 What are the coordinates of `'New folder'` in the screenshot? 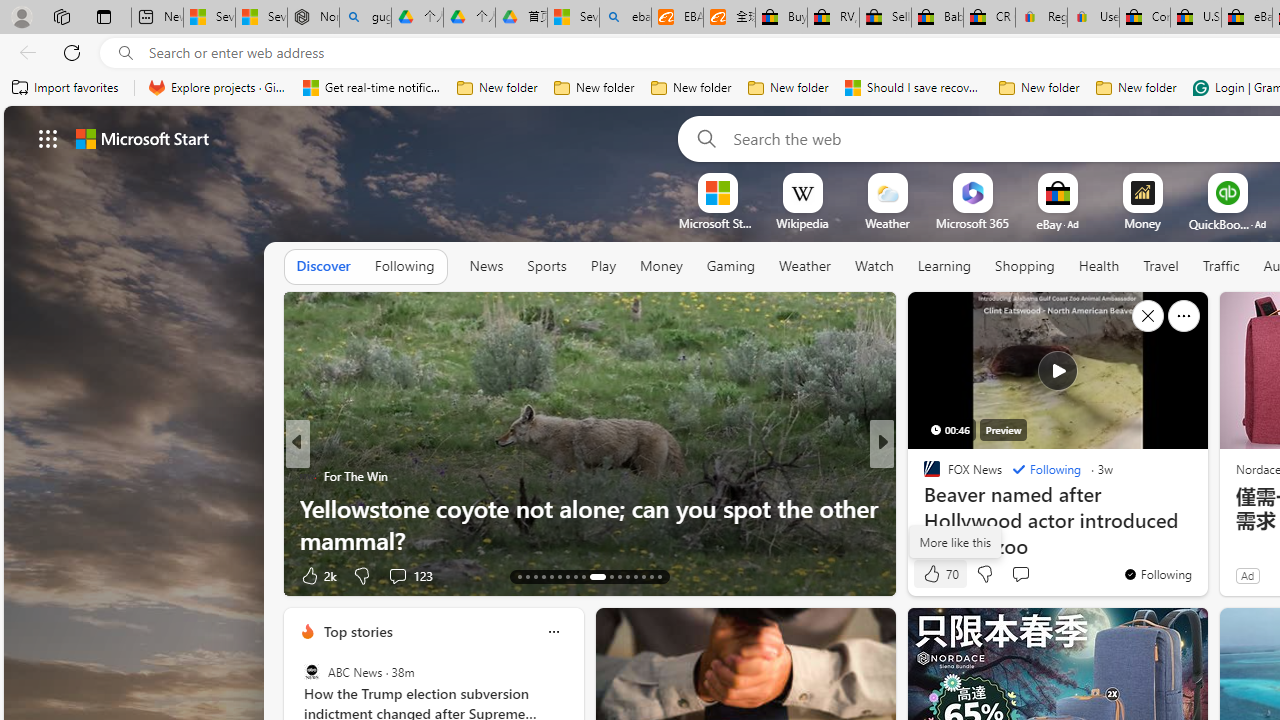 It's located at (1136, 87).